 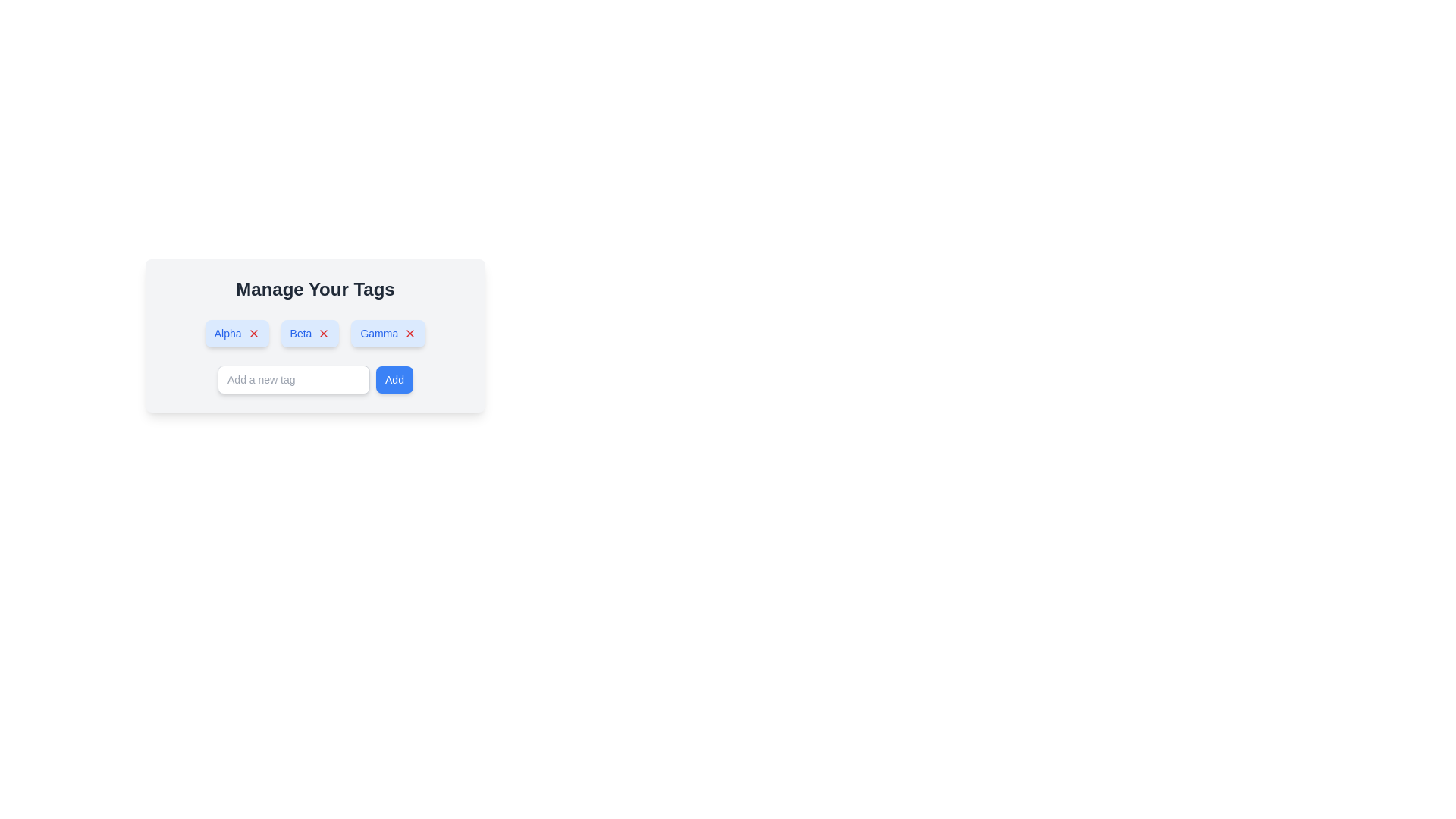 What do you see at coordinates (315, 289) in the screenshot?
I see `the bold header text 'Manage Your Tags' displayed in dark gray, which serves as the title for the surrounding interface` at bounding box center [315, 289].